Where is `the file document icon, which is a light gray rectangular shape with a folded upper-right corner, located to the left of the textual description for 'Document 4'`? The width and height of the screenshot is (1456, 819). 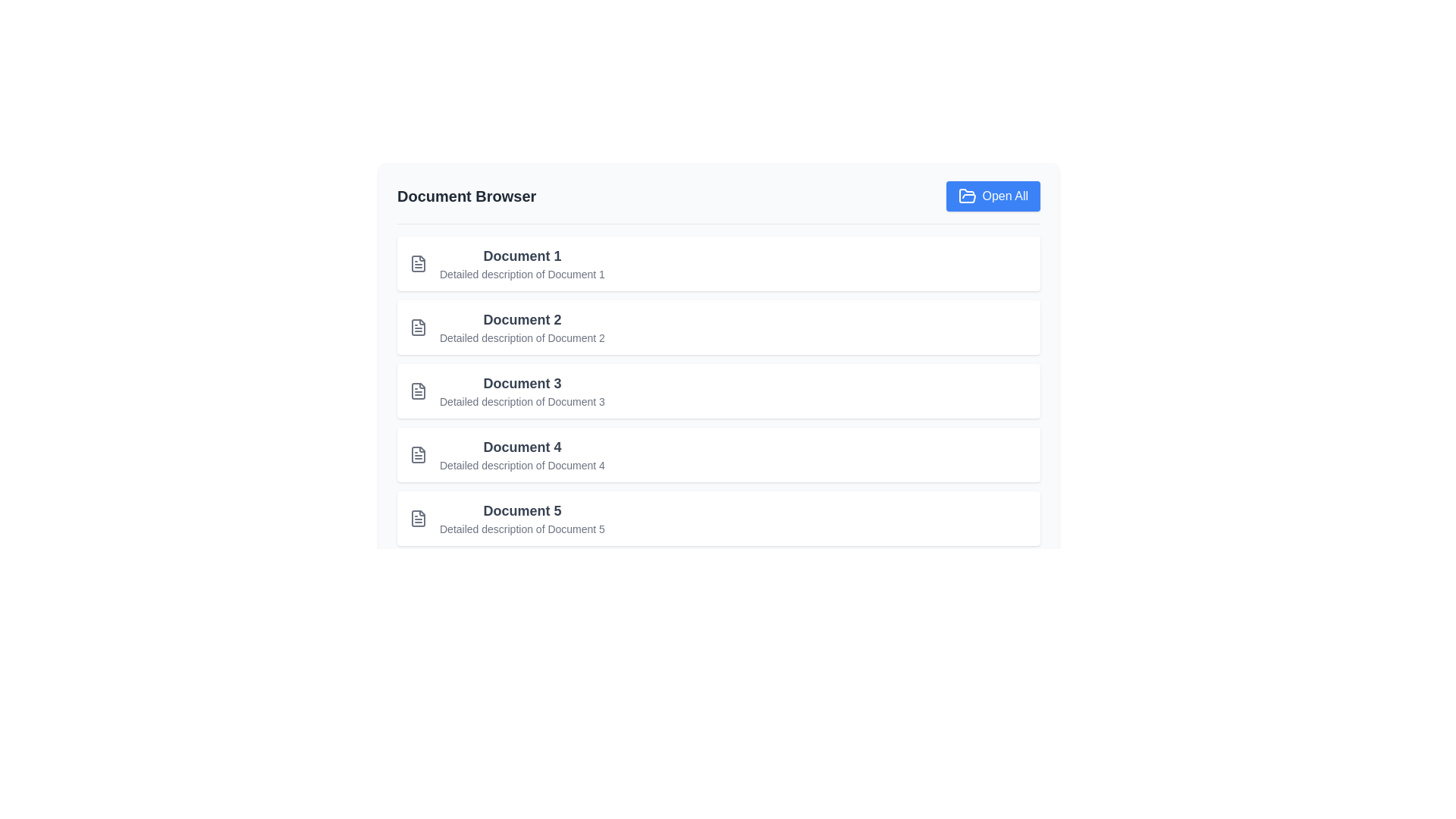 the file document icon, which is a light gray rectangular shape with a folded upper-right corner, located to the left of the textual description for 'Document 4' is located at coordinates (419, 454).